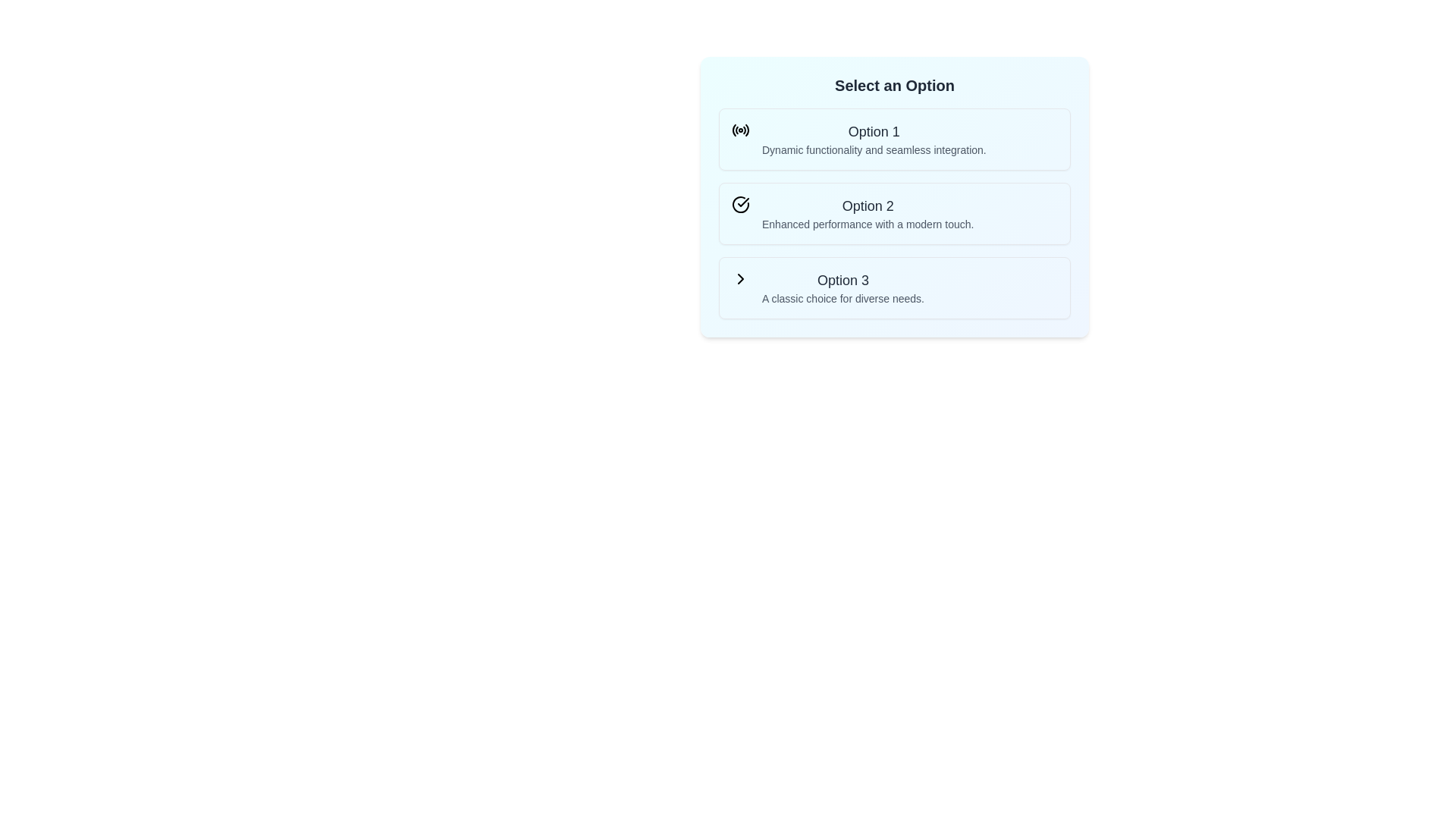 The width and height of the screenshot is (1456, 819). What do you see at coordinates (895, 196) in the screenshot?
I see `the selectable option labeled 'Option 2'` at bounding box center [895, 196].